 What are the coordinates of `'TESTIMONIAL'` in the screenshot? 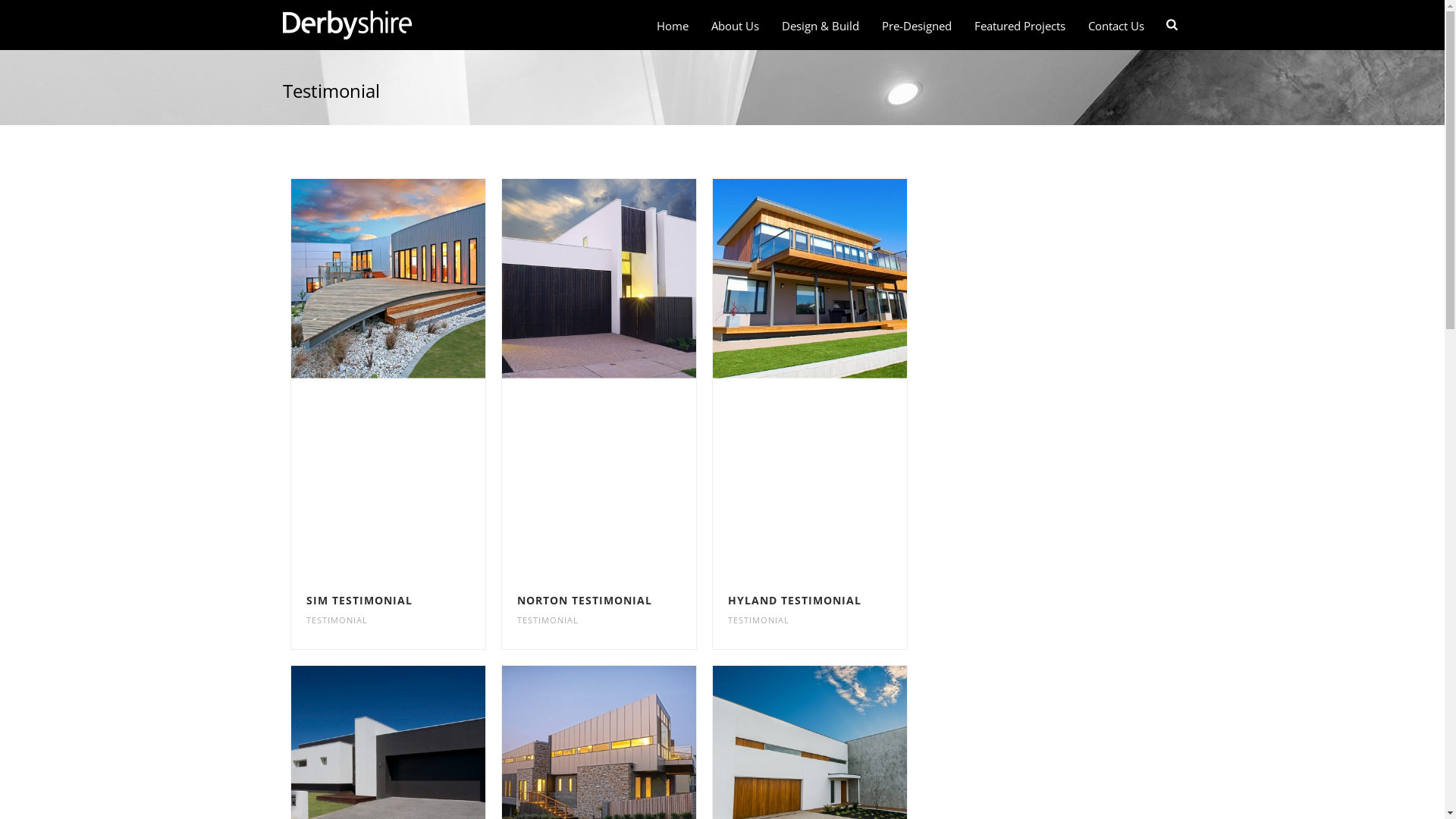 It's located at (758, 620).